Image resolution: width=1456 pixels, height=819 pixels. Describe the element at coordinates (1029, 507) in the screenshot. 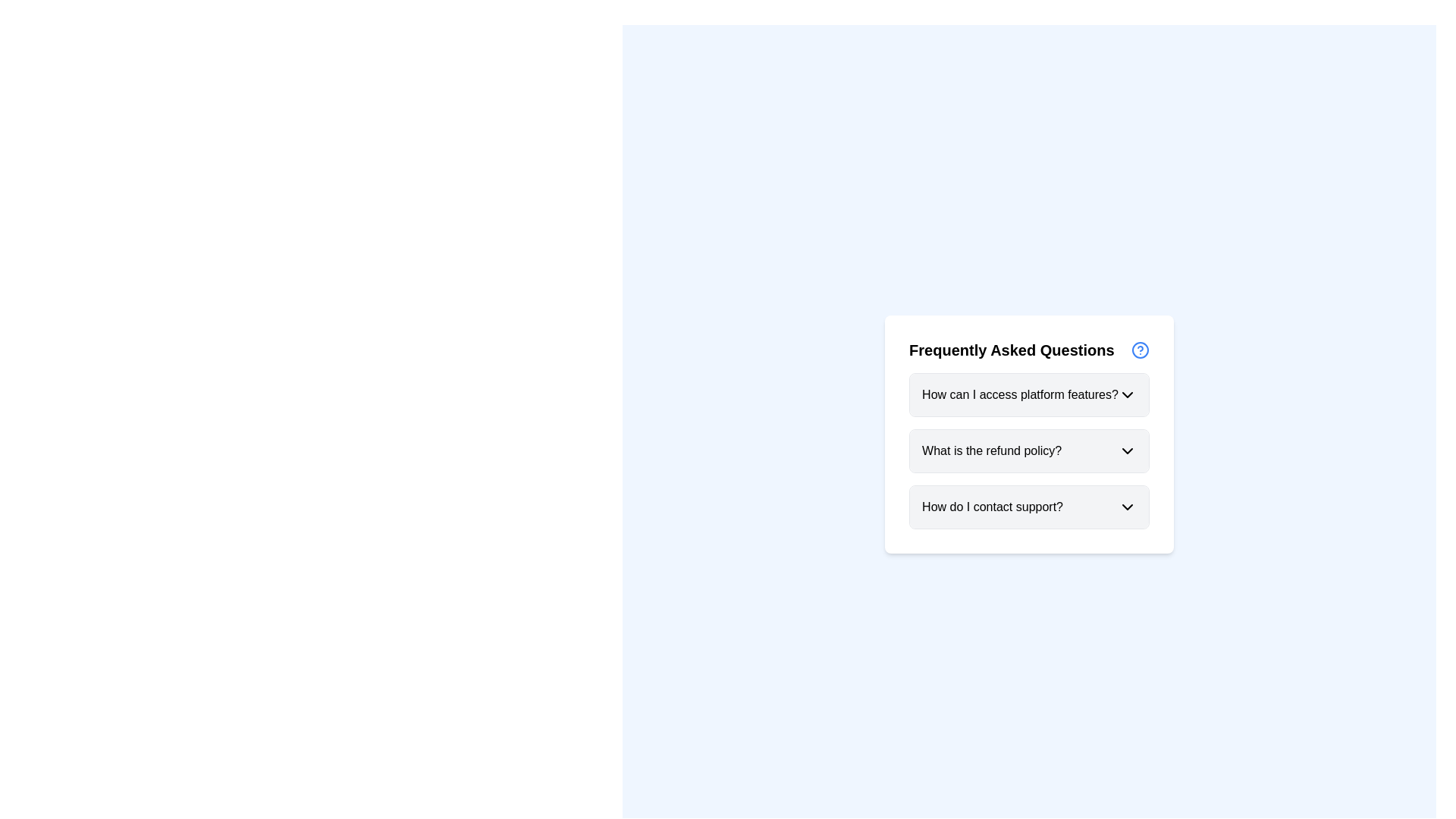

I see `the collapsible list item labeled 'How do I contact support?' to observe the style change` at that location.